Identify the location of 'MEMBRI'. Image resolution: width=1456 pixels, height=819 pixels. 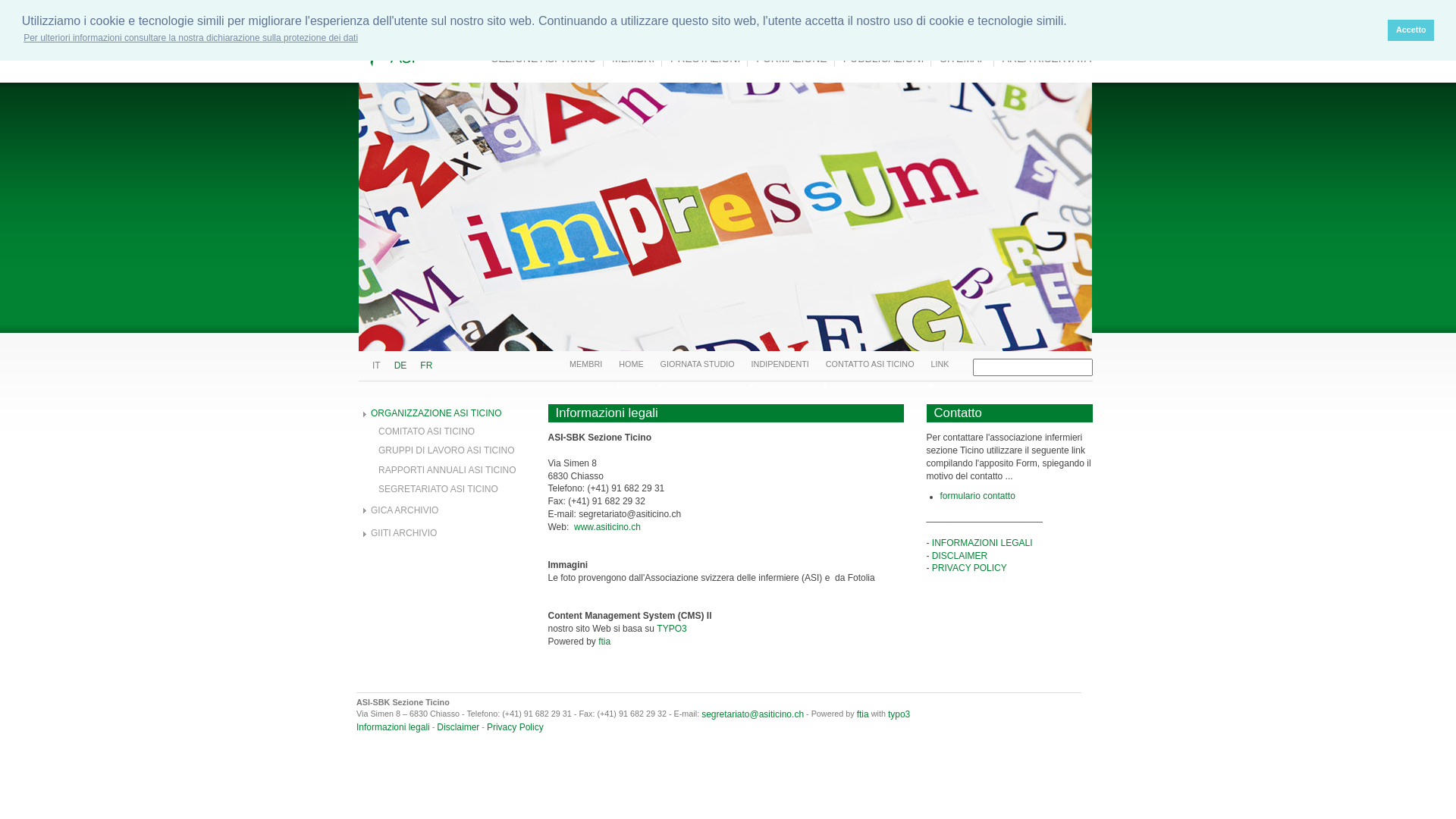
(633, 58).